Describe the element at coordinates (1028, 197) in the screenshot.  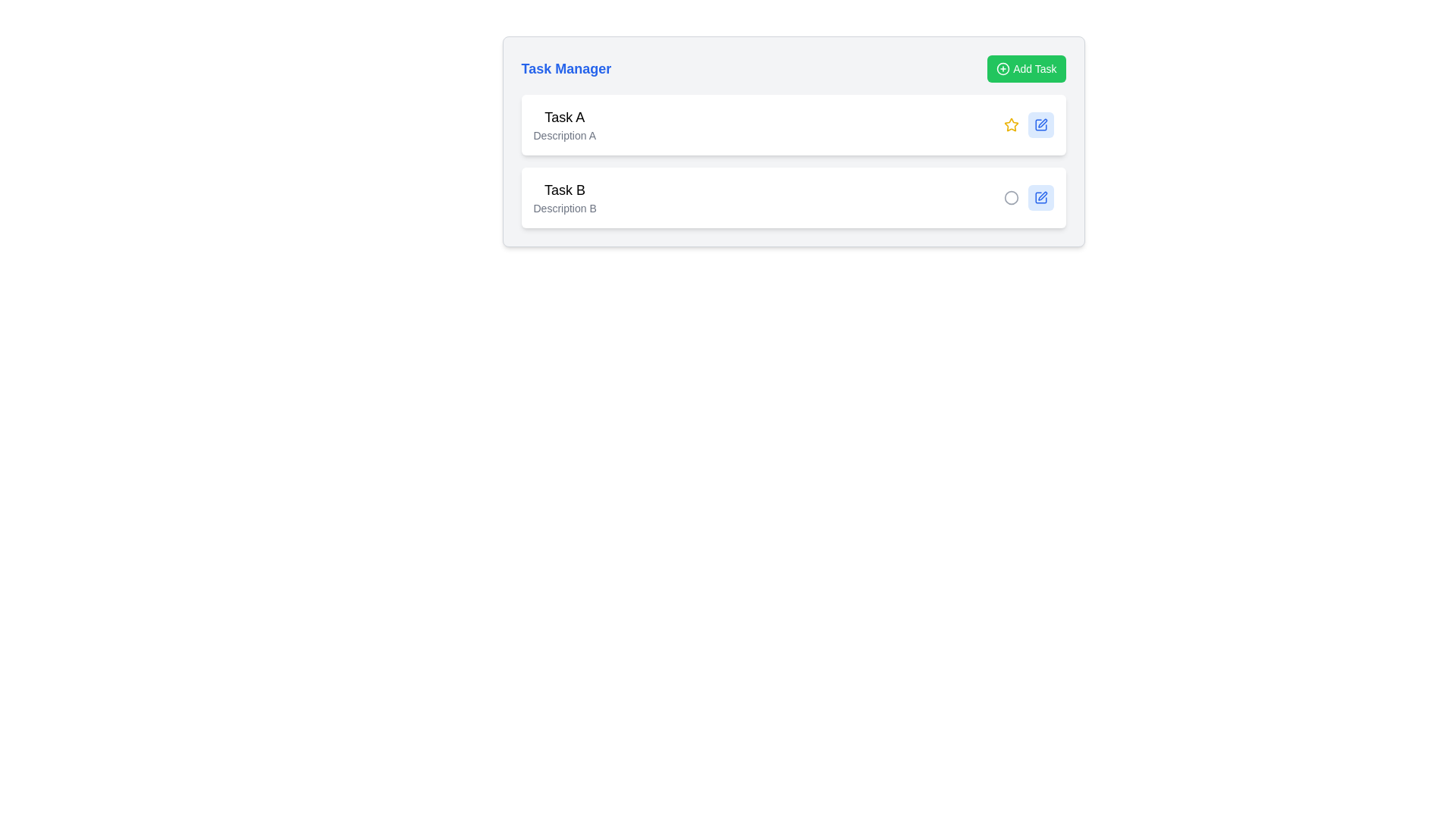
I see `the grouped interactive icons consisting of a hollow gray circle and a blue pencil icon located at the far right of the 'Task B' card, near its bottom right corner` at that location.